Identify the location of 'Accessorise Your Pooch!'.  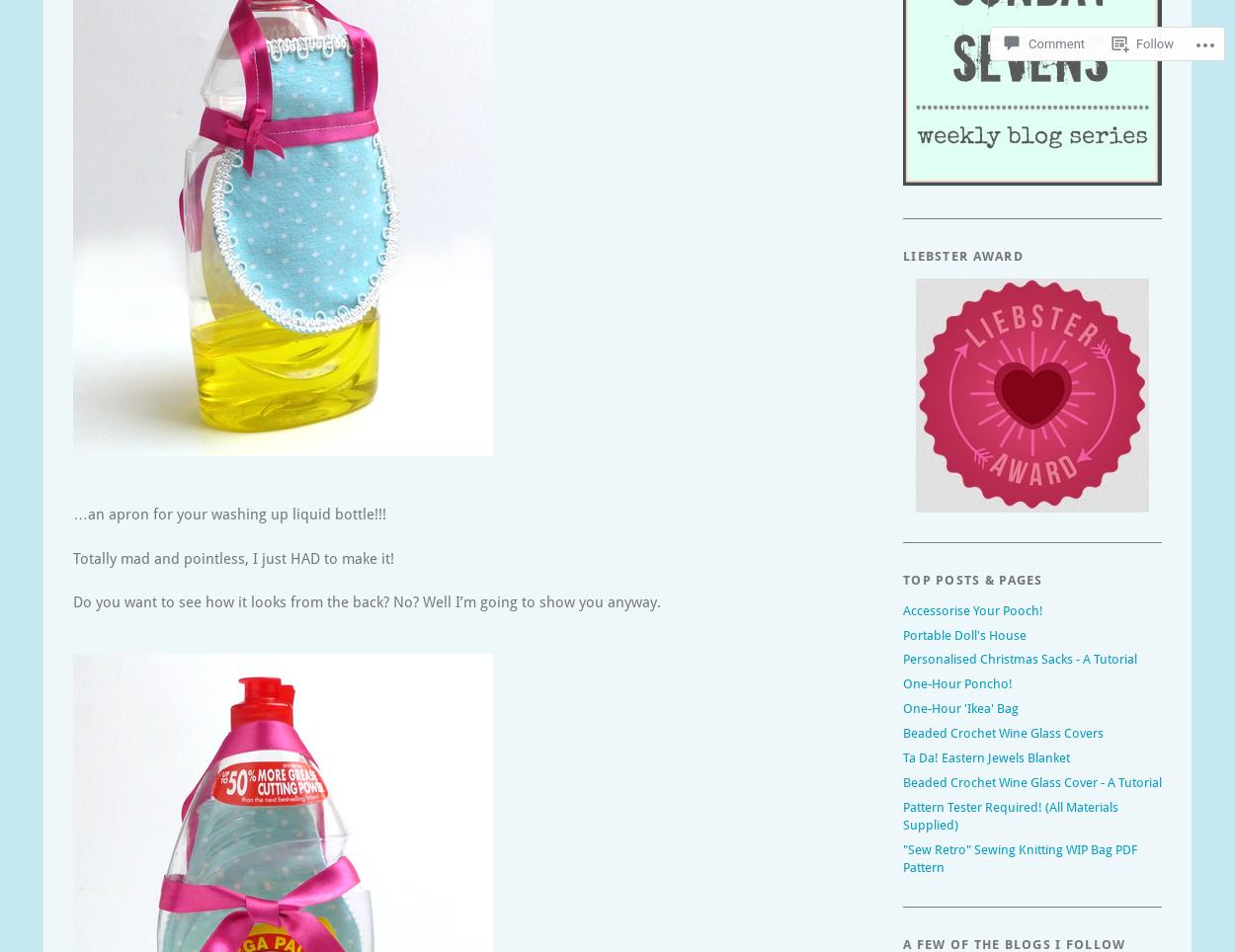
(972, 609).